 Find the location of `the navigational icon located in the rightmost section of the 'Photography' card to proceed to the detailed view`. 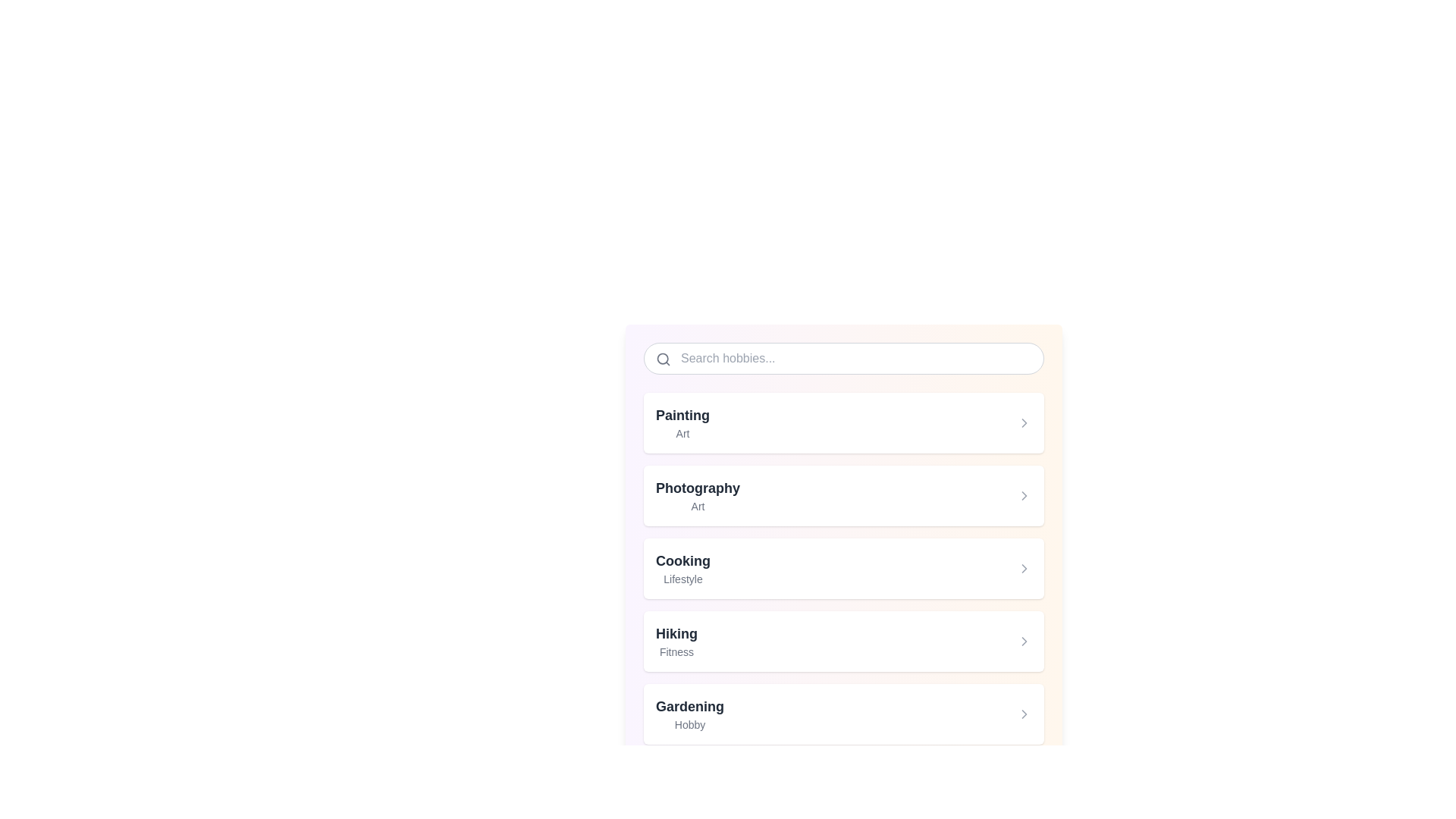

the navigational icon located in the rightmost section of the 'Photography' card to proceed to the detailed view is located at coordinates (1024, 496).